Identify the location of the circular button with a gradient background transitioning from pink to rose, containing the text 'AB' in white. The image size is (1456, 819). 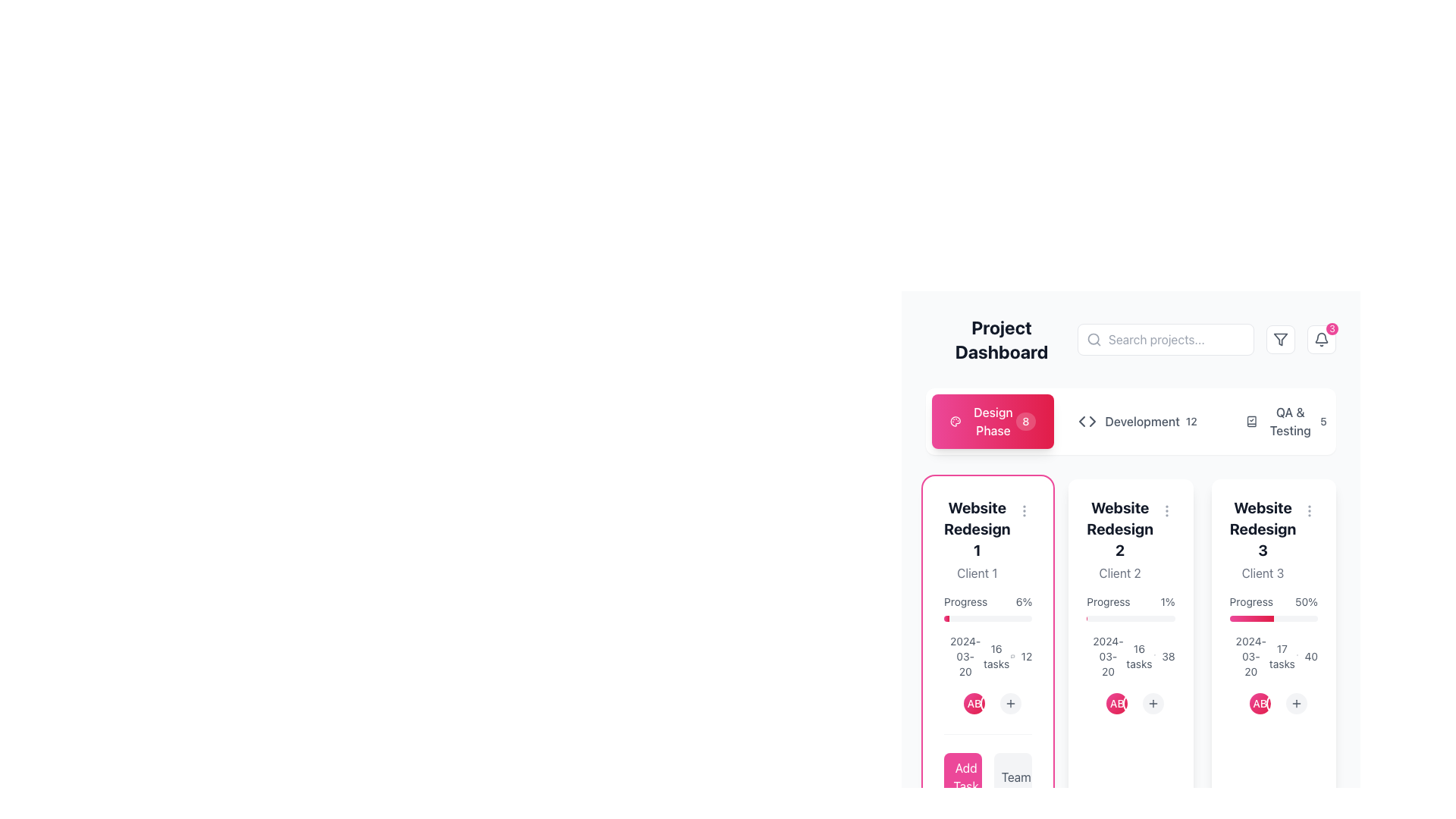
(955, 704).